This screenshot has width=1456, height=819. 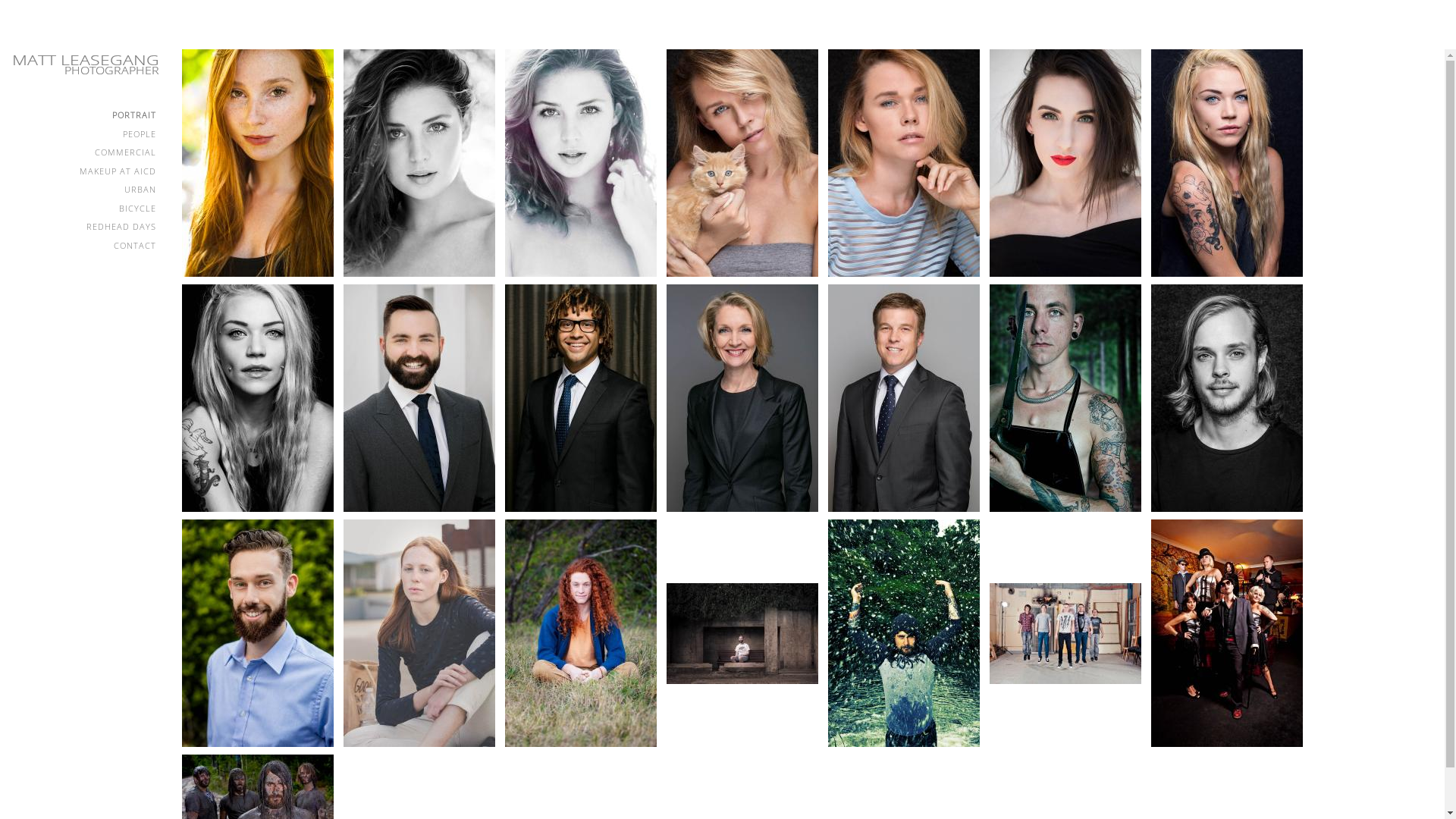 I want to click on 'MAKEUP AT AICD', so click(x=83, y=171).